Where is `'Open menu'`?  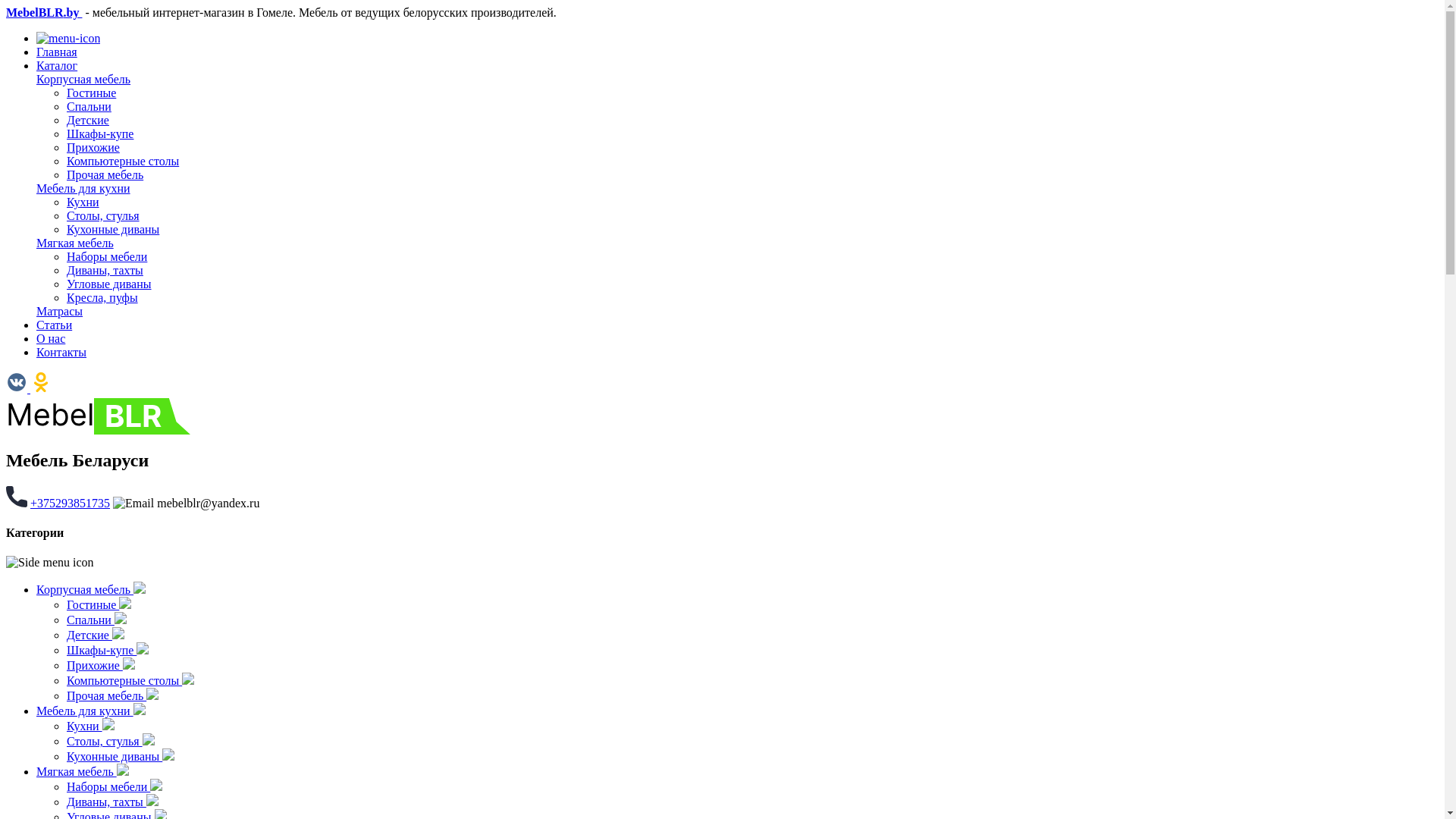
'Open menu' is located at coordinates (67, 37).